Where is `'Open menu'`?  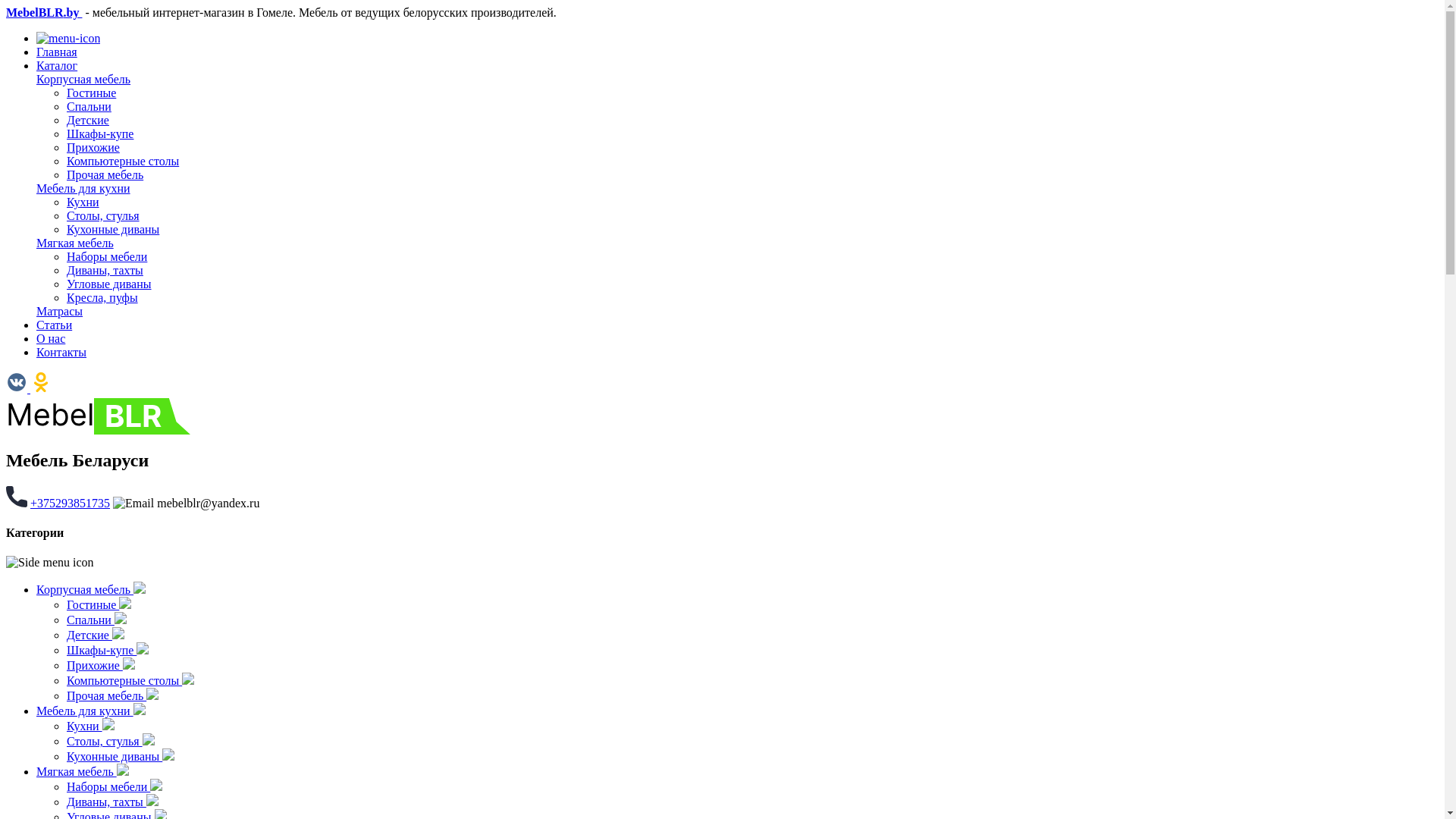
'Open menu' is located at coordinates (67, 37).